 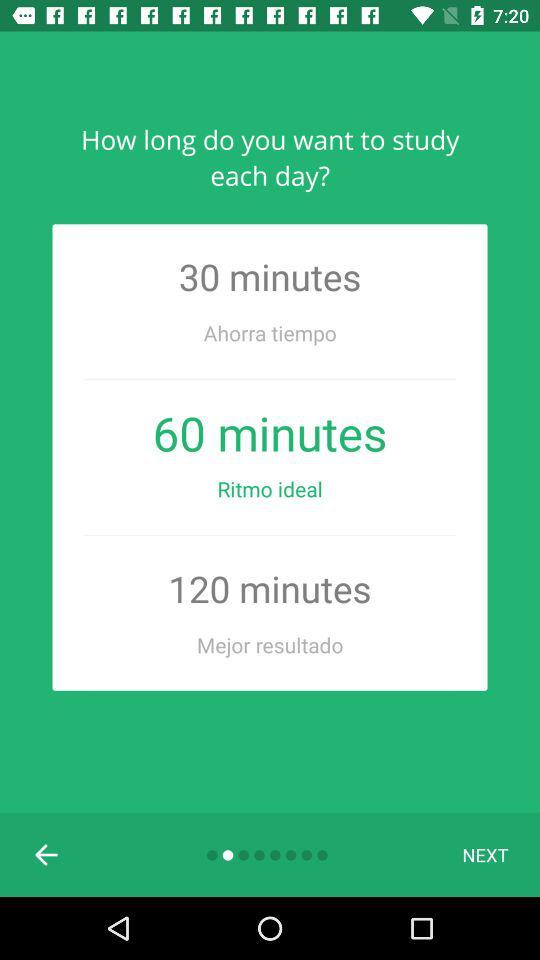 I want to click on the icon below the mejor resultado item, so click(x=484, y=853).